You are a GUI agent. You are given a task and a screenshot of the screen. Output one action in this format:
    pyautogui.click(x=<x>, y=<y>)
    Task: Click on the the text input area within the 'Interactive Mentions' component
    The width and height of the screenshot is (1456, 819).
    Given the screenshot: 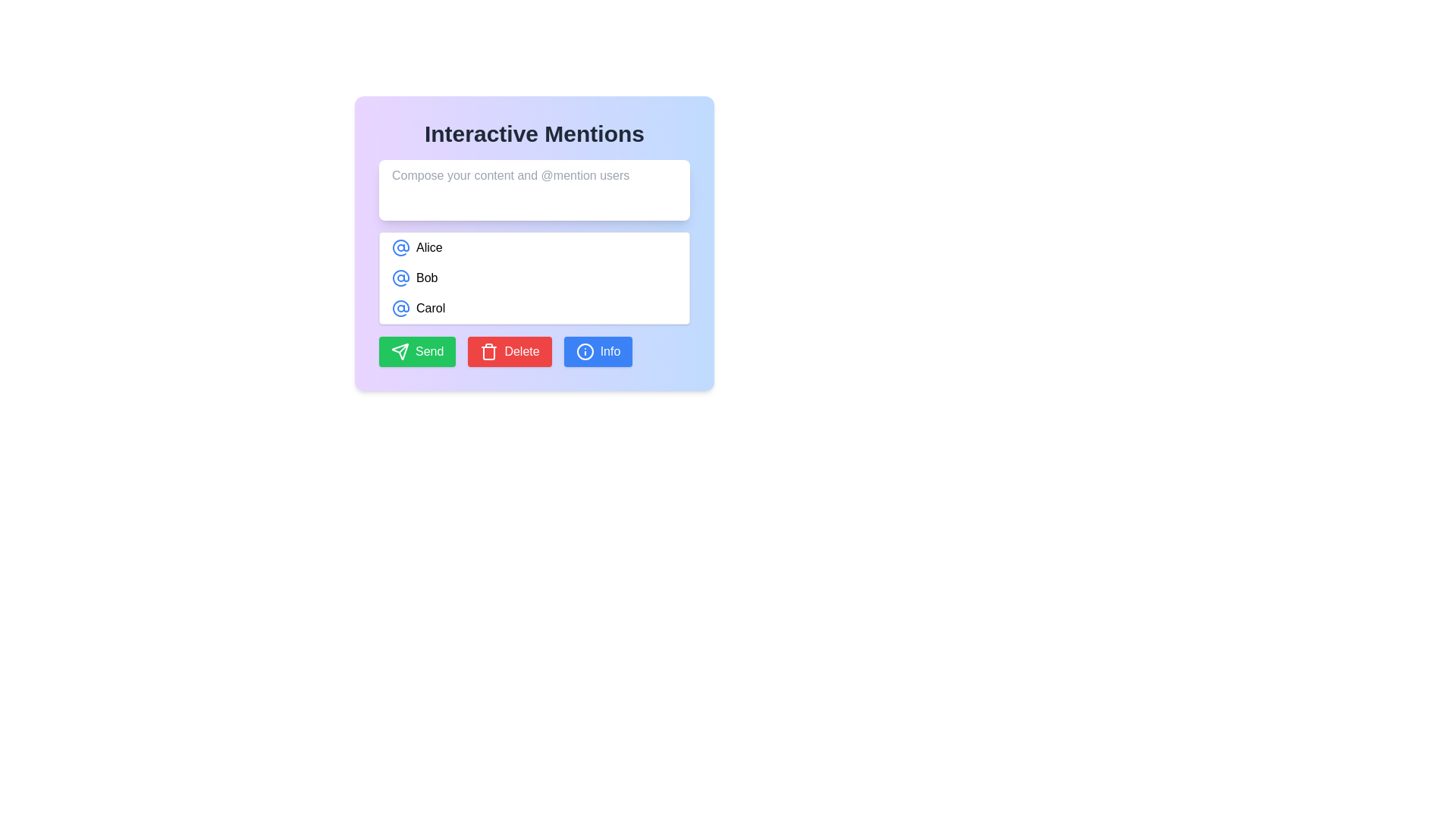 What is the action you would take?
    pyautogui.click(x=535, y=242)
    